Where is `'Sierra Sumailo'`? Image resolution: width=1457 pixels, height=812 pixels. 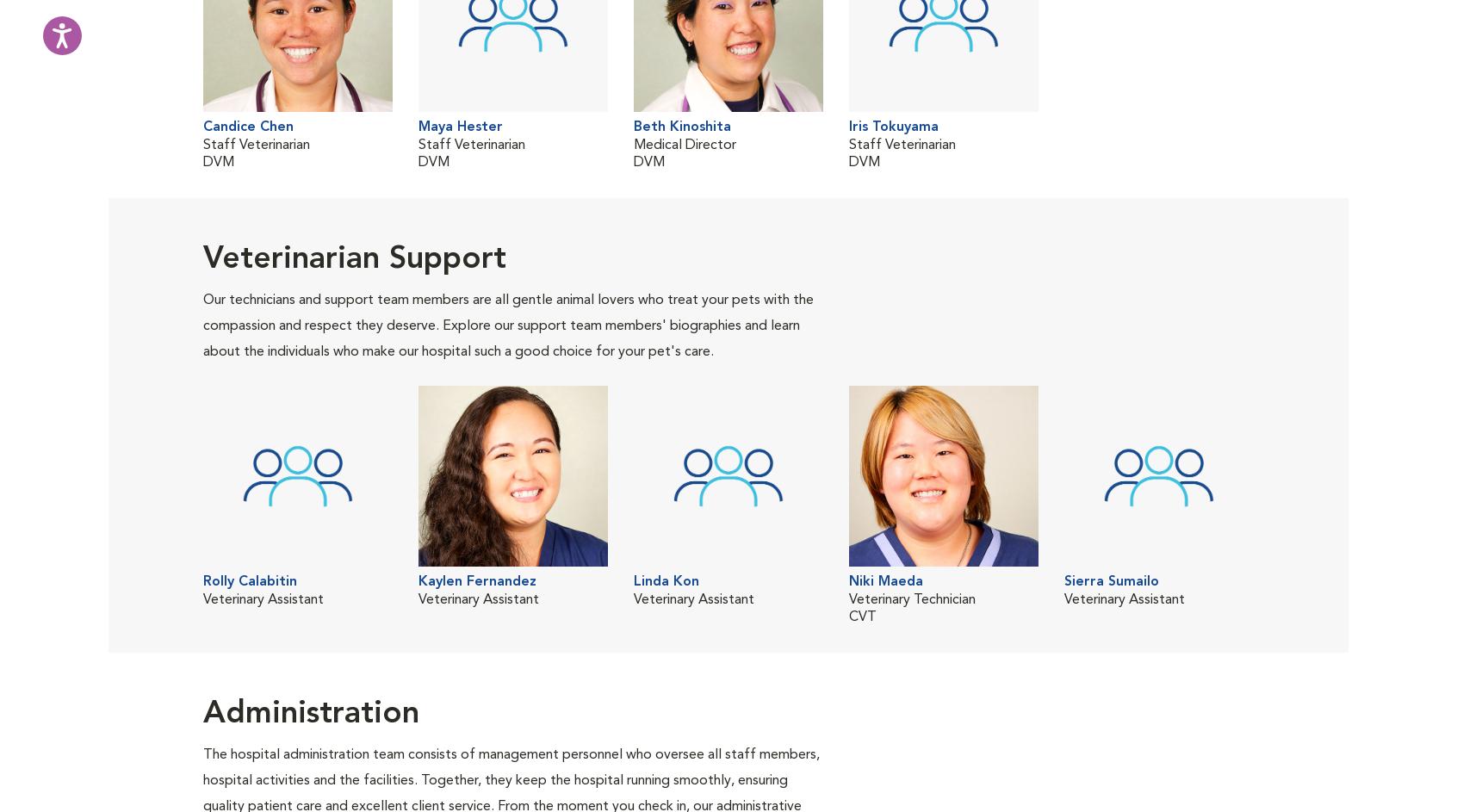
'Sierra Sumailo' is located at coordinates (1110, 582).